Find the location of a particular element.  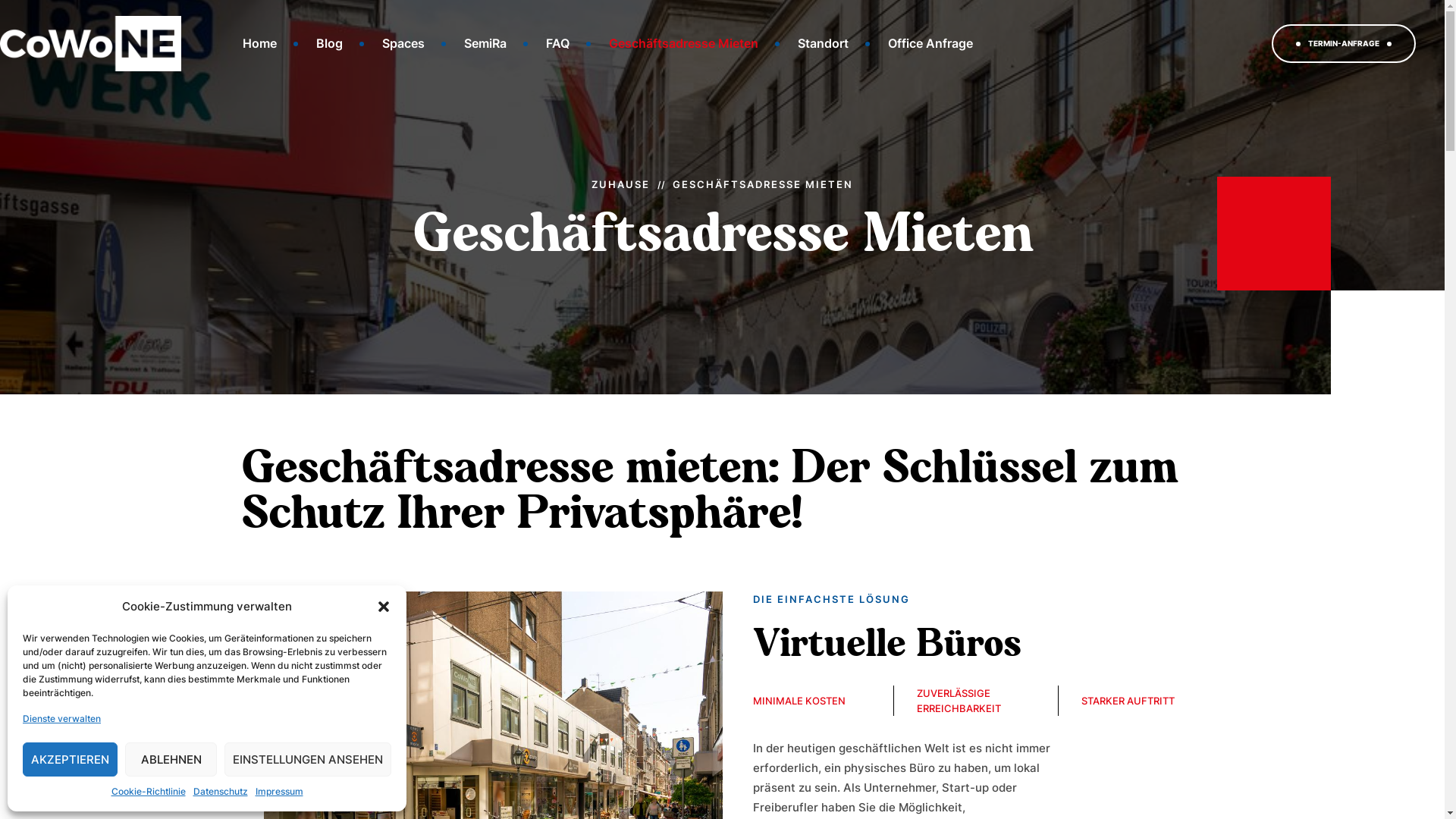

'Dienste verwalten' is located at coordinates (61, 718).